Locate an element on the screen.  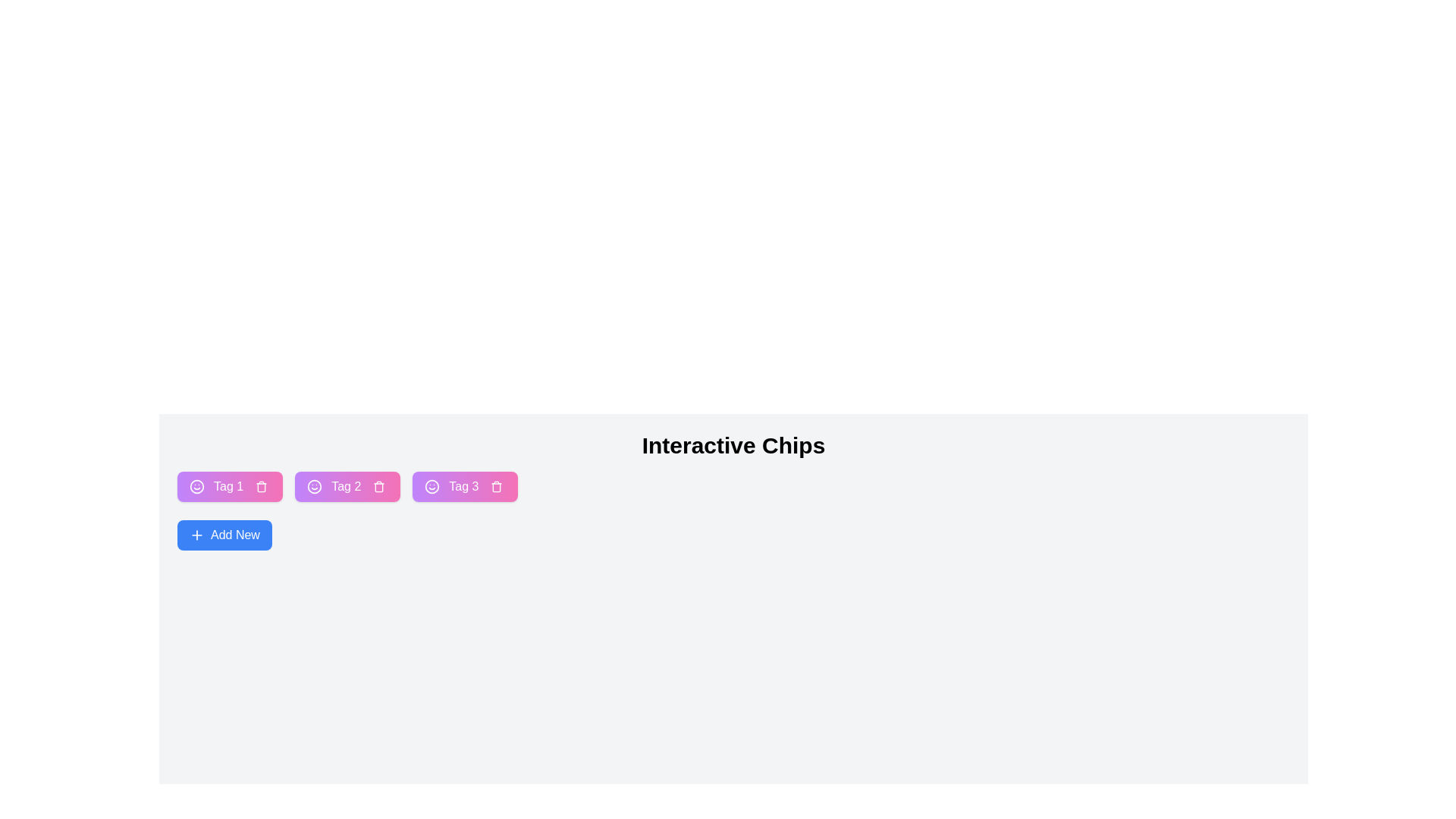
the chip labeled Tag 2 to observe any visual changes is located at coordinates (346, 486).